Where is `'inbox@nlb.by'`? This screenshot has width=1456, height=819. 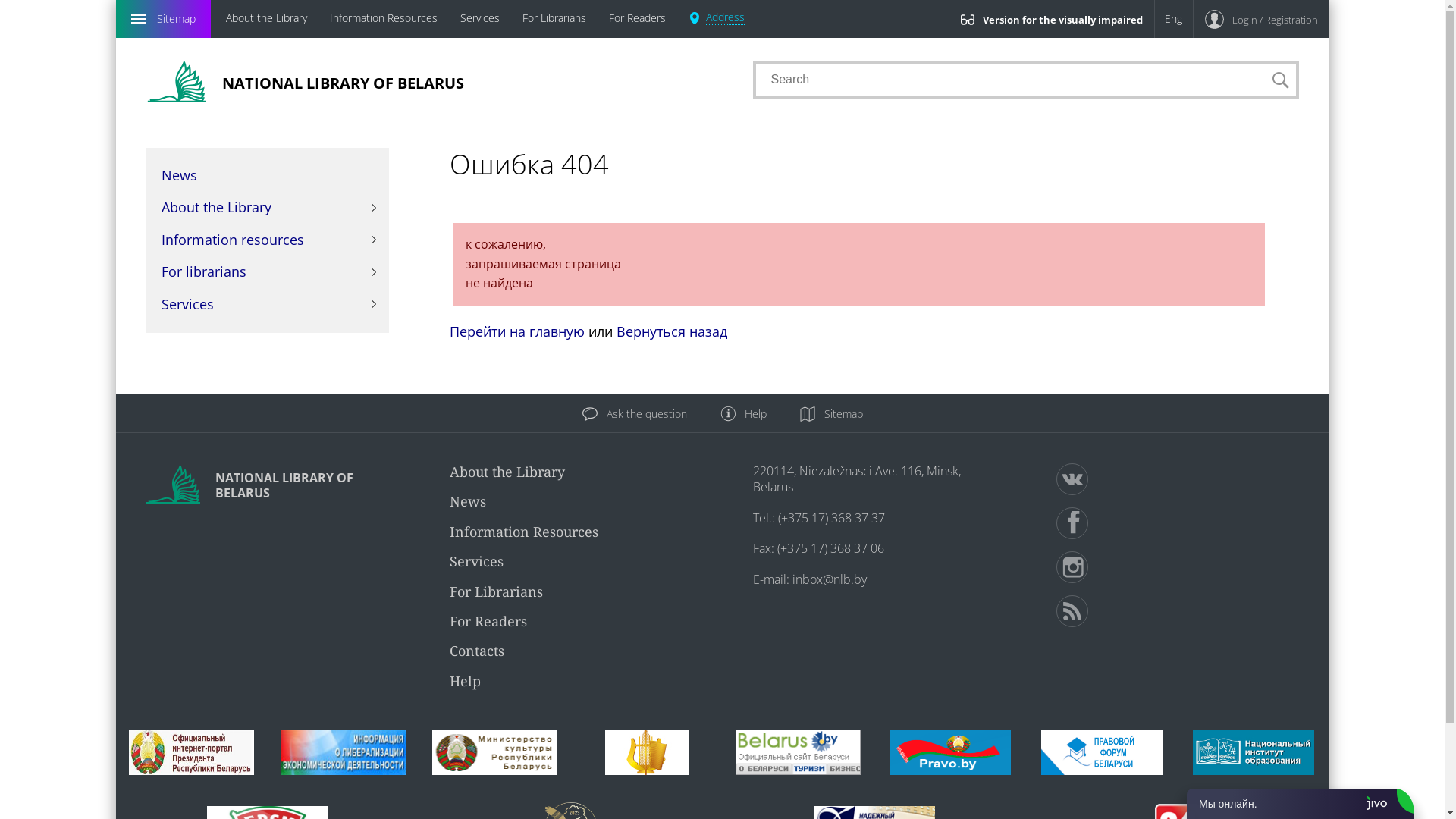 'inbox@nlb.by' is located at coordinates (828, 579).